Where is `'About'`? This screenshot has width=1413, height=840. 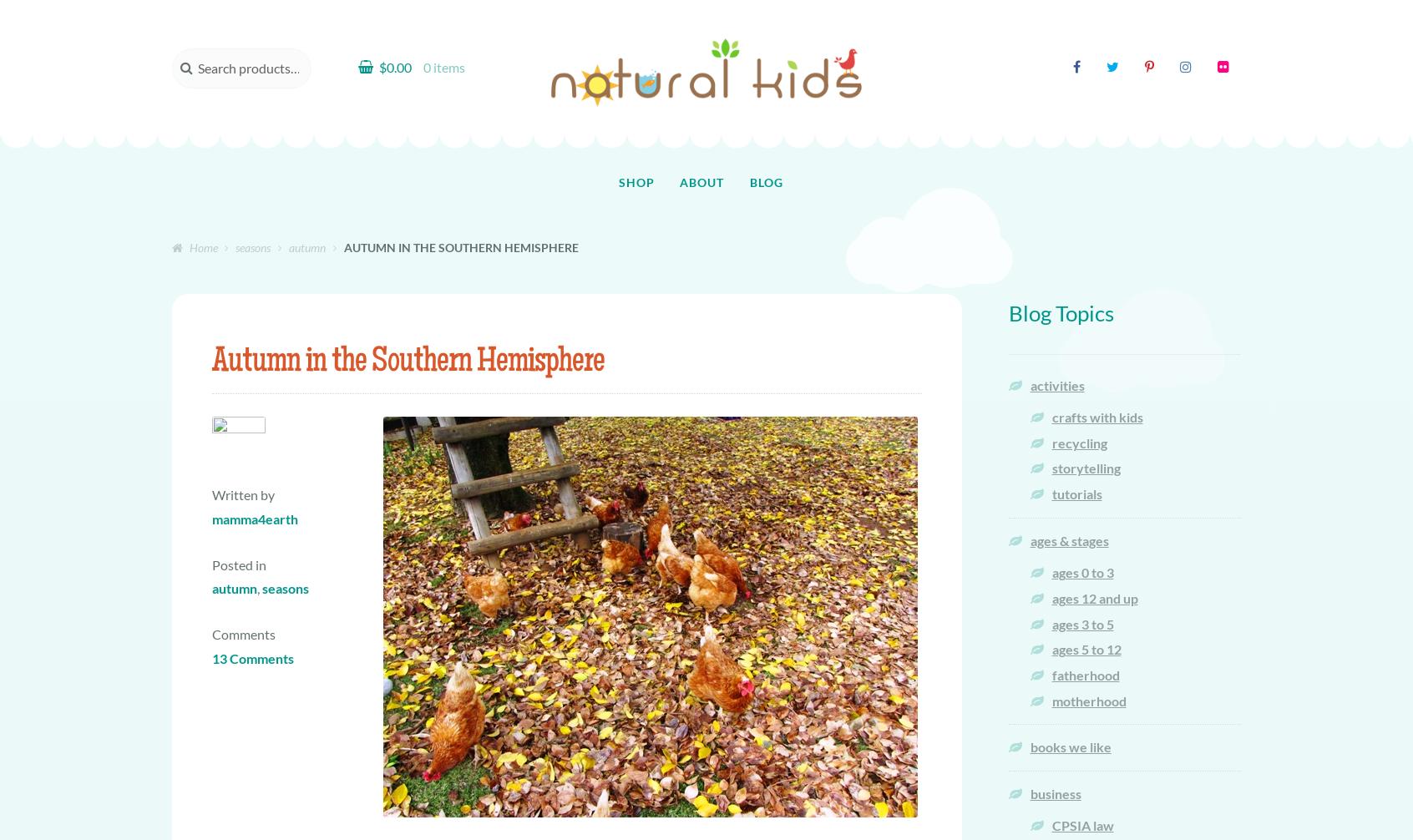 'About' is located at coordinates (701, 182).